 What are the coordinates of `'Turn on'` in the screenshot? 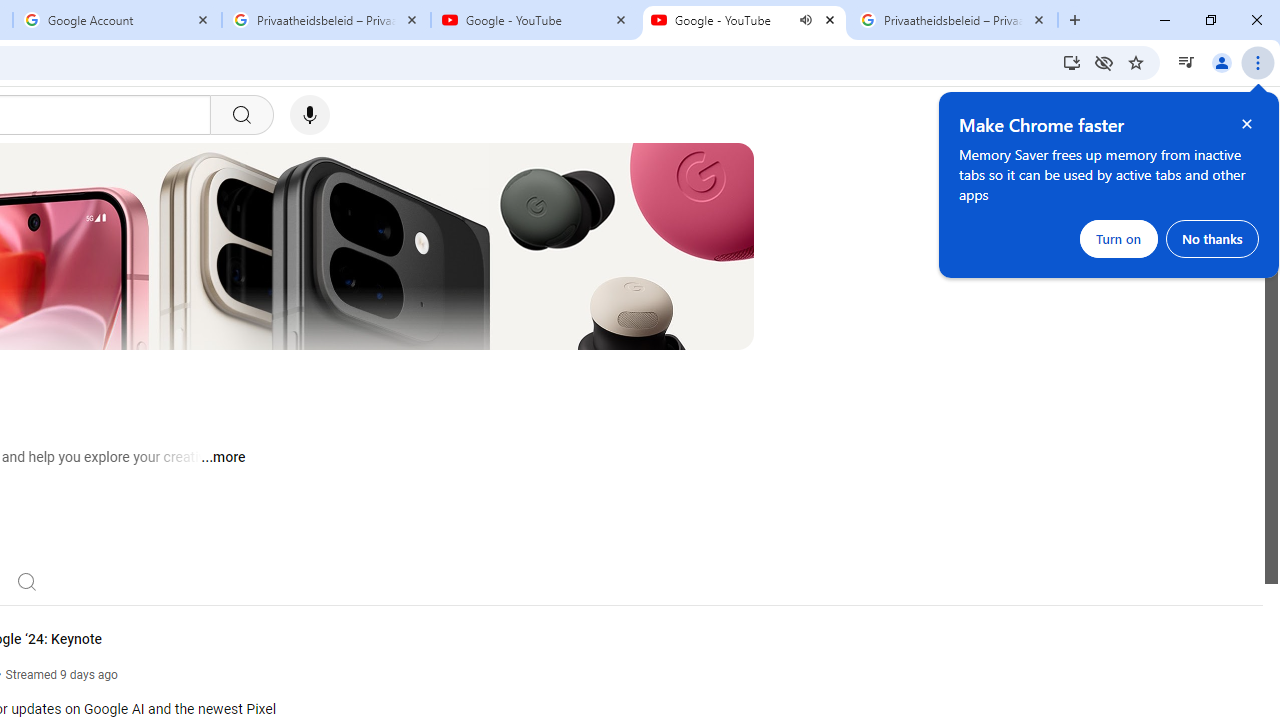 It's located at (1118, 238).